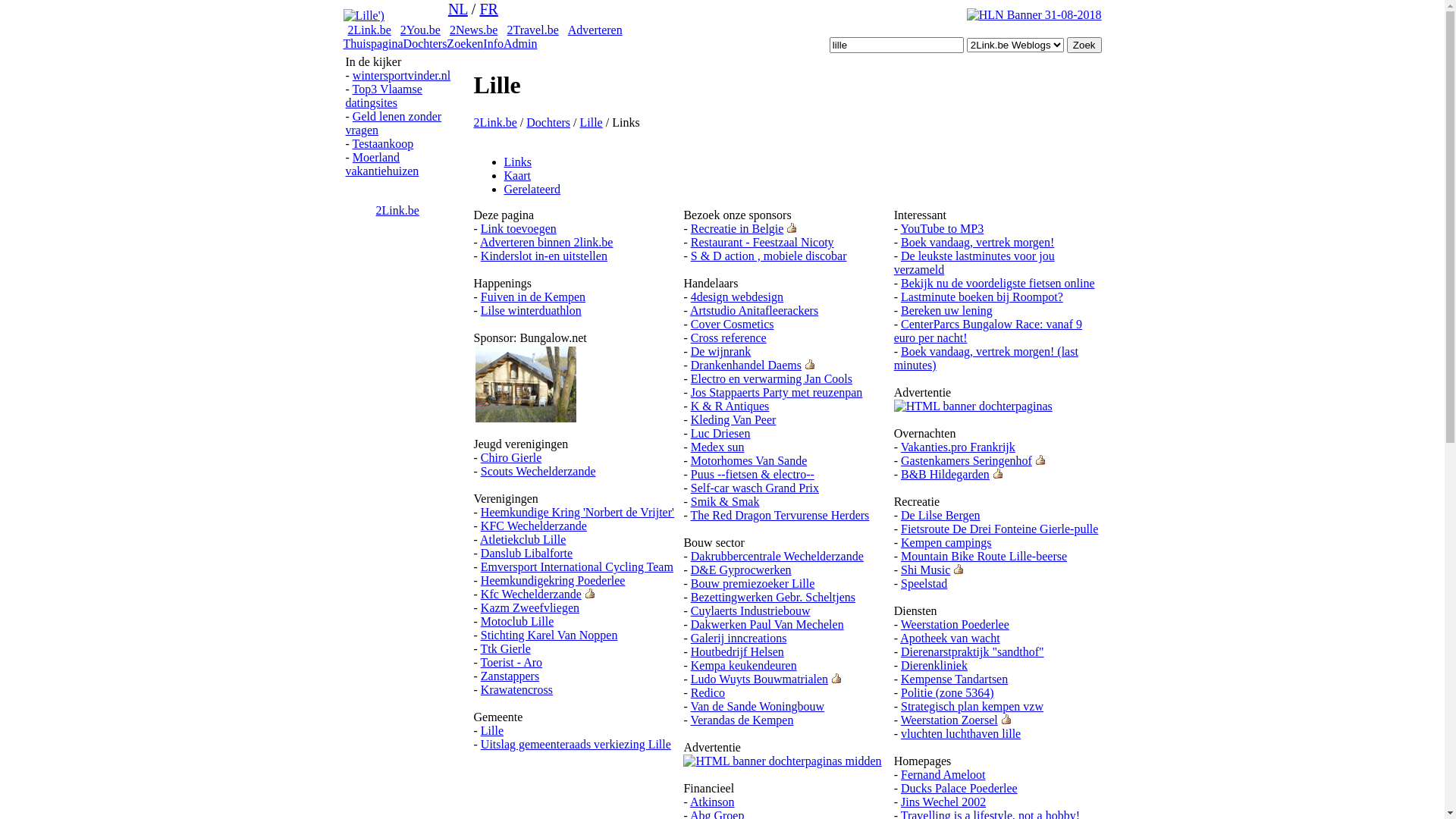  Describe the element at coordinates (728, 337) in the screenshot. I see `'Cross reference'` at that location.